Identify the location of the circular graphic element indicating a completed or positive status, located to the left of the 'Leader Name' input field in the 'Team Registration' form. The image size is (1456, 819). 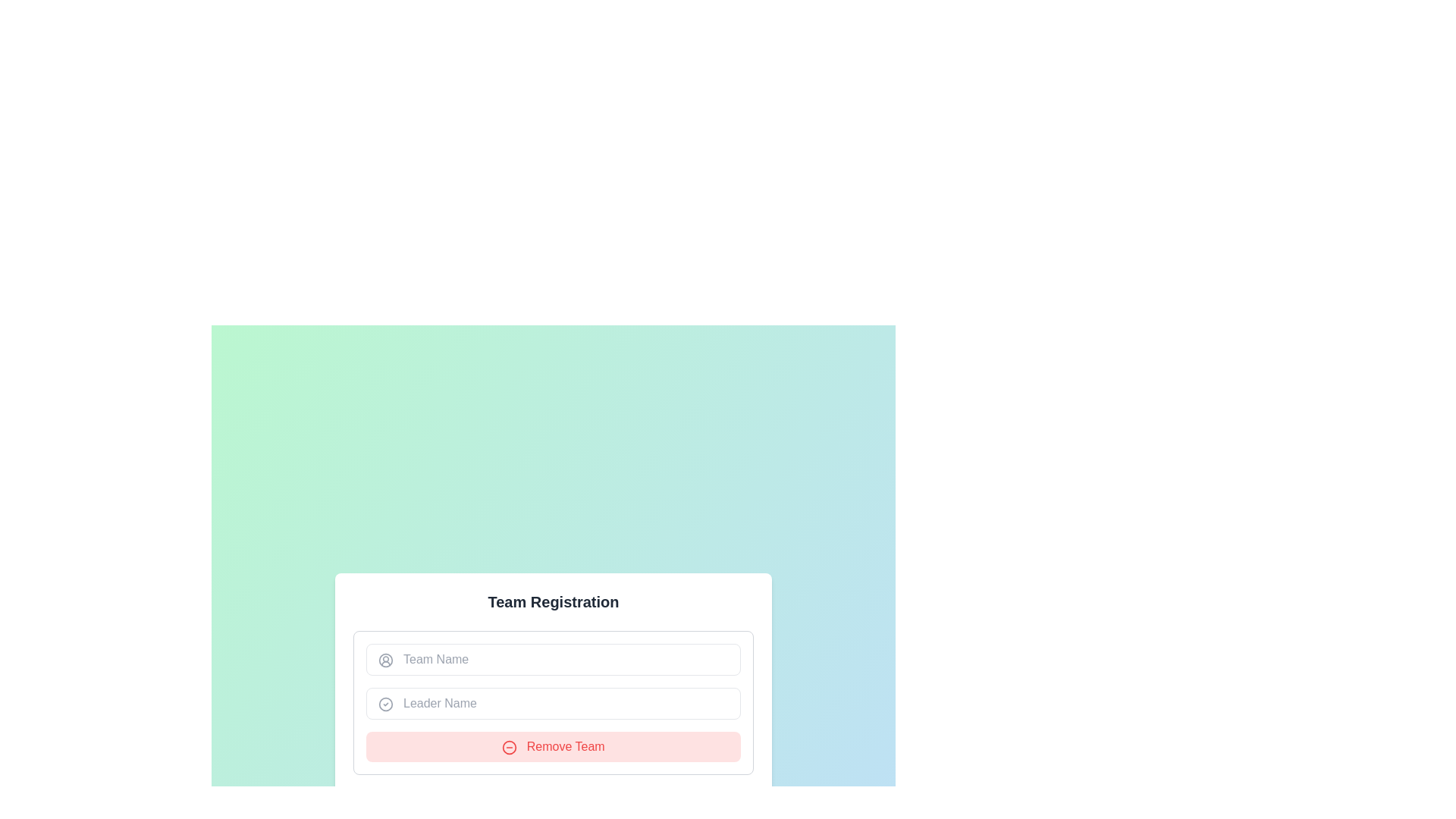
(385, 704).